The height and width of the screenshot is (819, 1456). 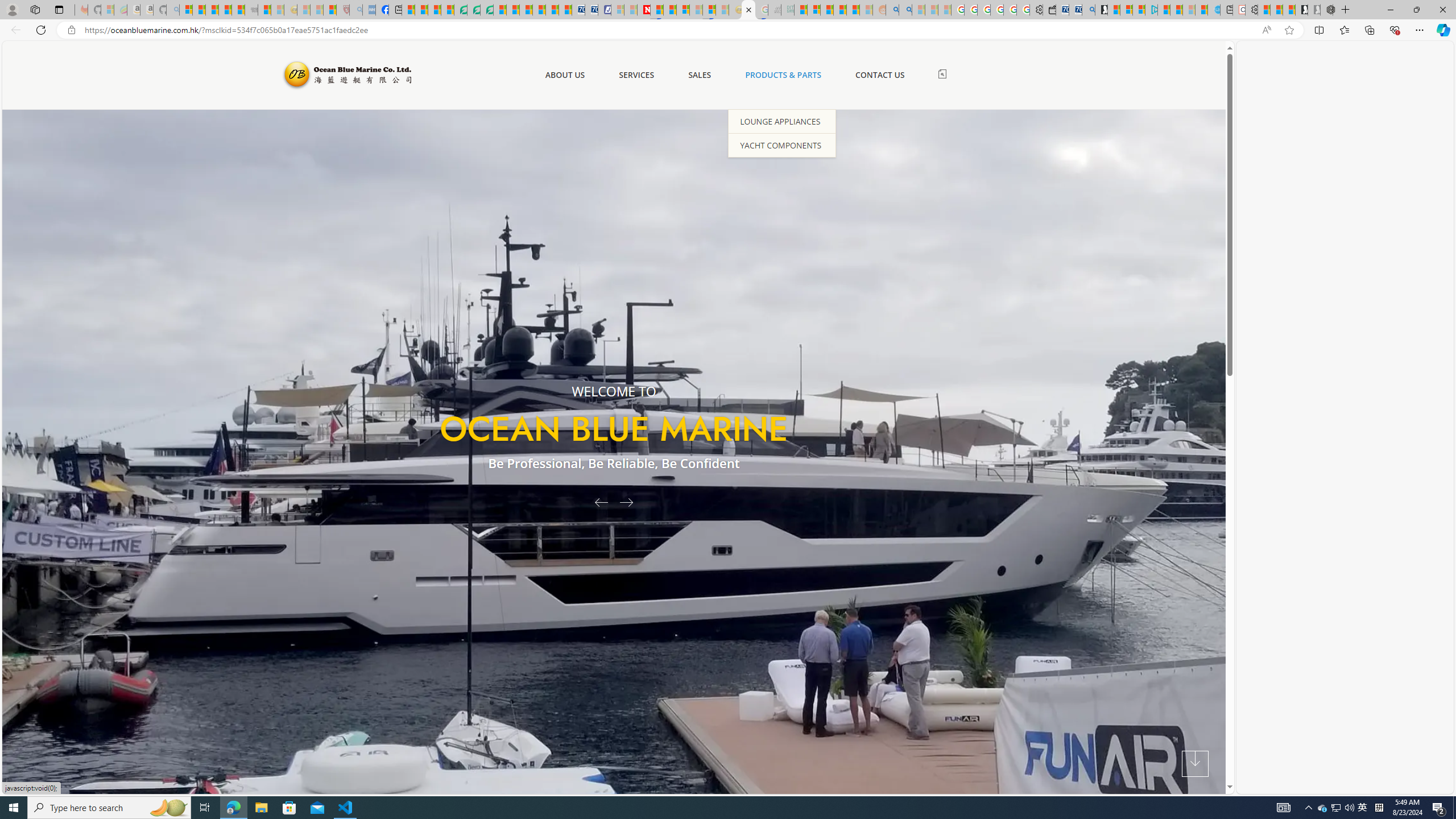 What do you see at coordinates (800, 9) in the screenshot?
I see `'MSNBC - MSN'` at bounding box center [800, 9].